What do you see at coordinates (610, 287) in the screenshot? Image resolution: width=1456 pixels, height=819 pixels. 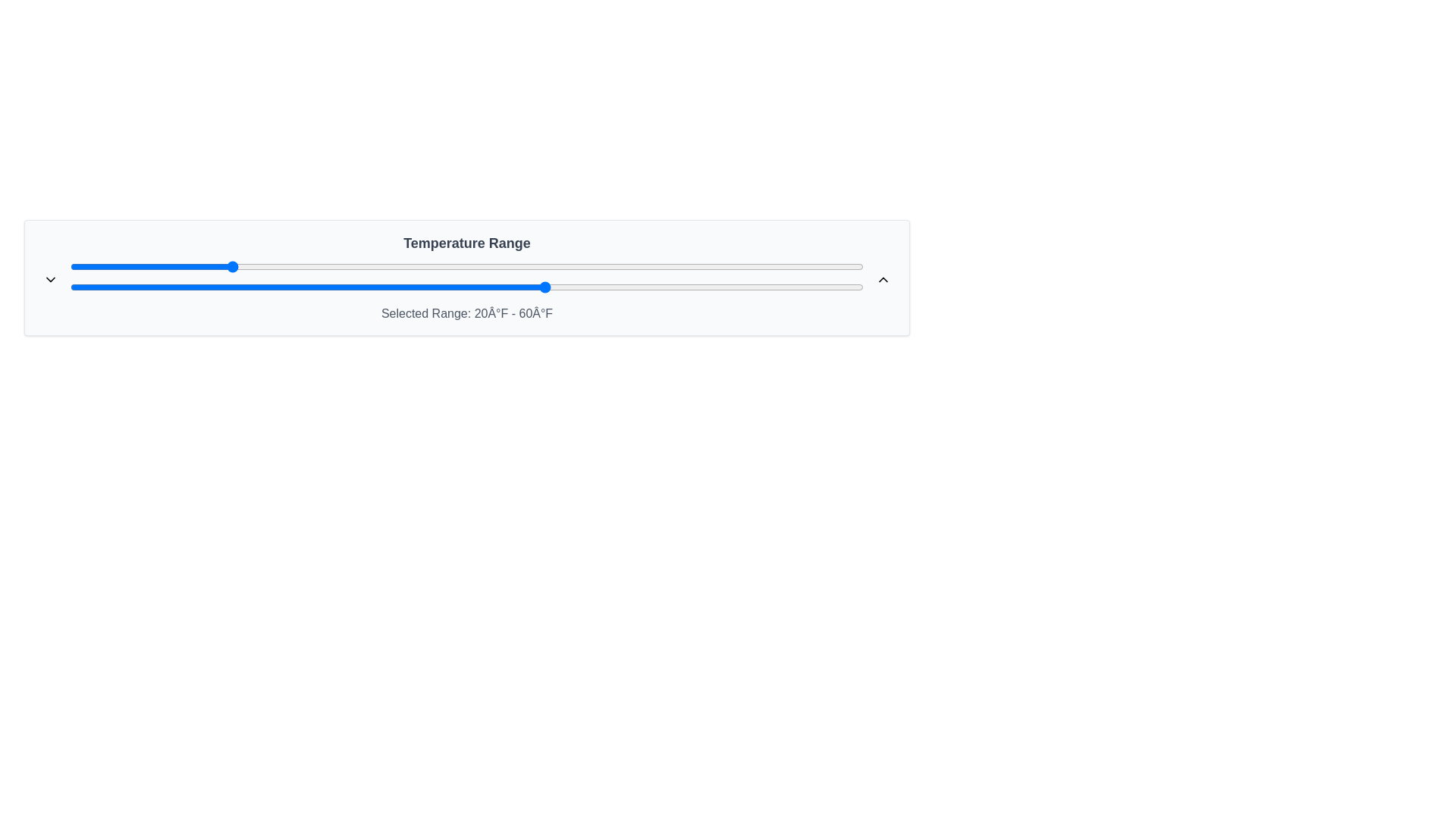 I see `the slider` at bounding box center [610, 287].